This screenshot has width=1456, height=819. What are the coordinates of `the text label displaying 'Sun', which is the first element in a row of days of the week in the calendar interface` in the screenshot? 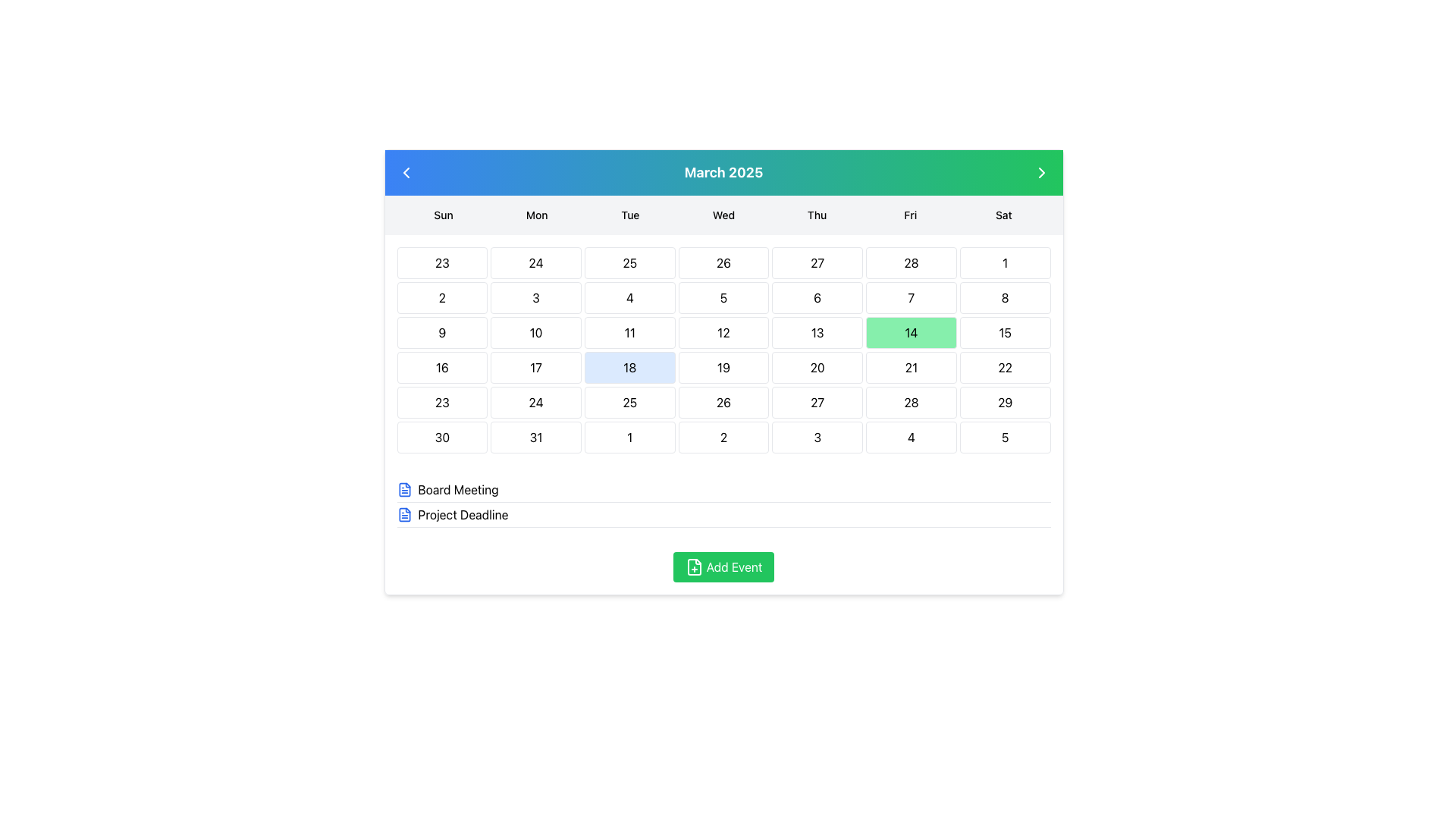 It's located at (443, 215).